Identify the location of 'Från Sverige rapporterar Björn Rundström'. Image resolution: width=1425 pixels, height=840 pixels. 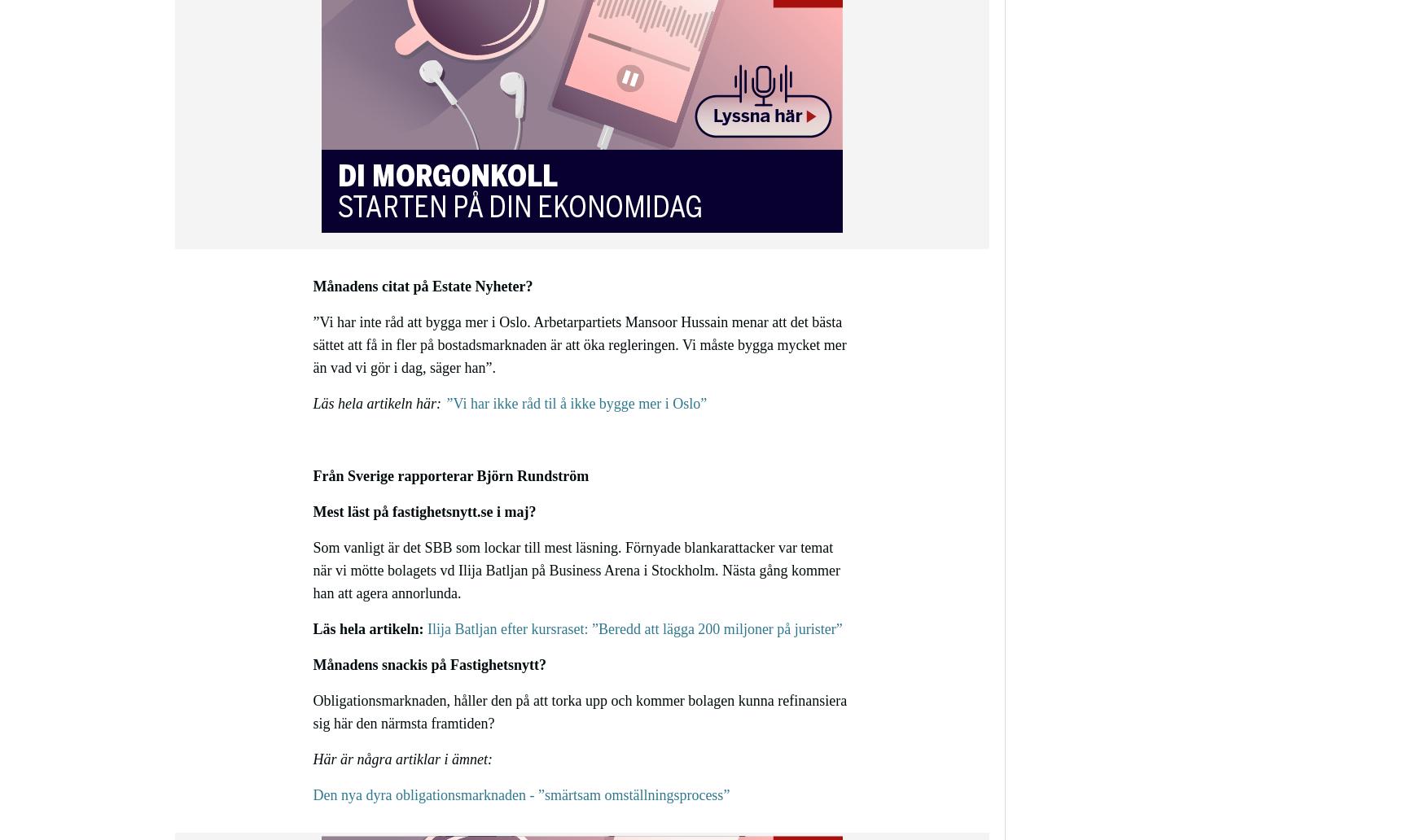
(311, 475).